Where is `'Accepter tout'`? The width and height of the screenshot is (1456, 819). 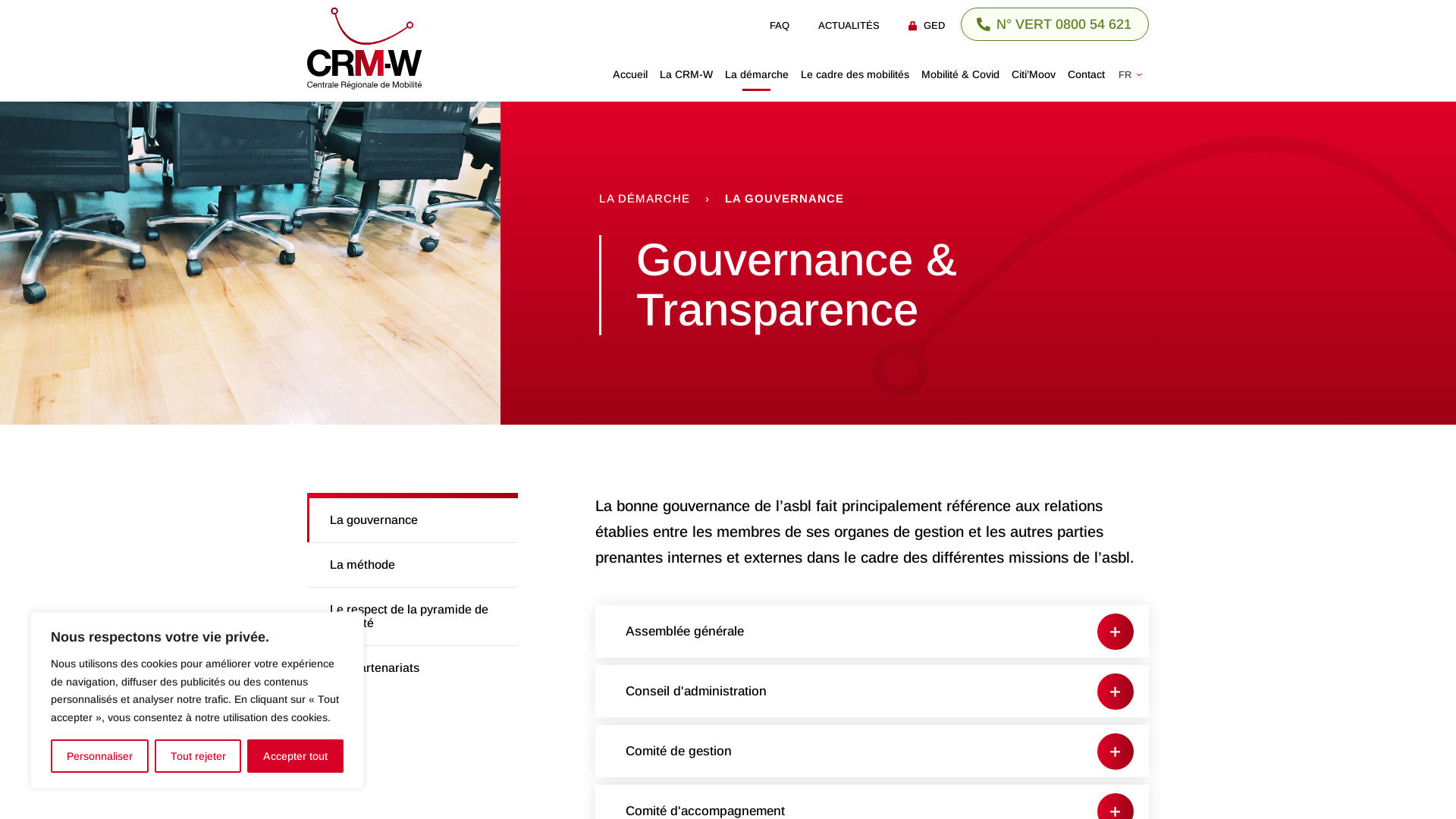 'Accepter tout' is located at coordinates (295, 755).